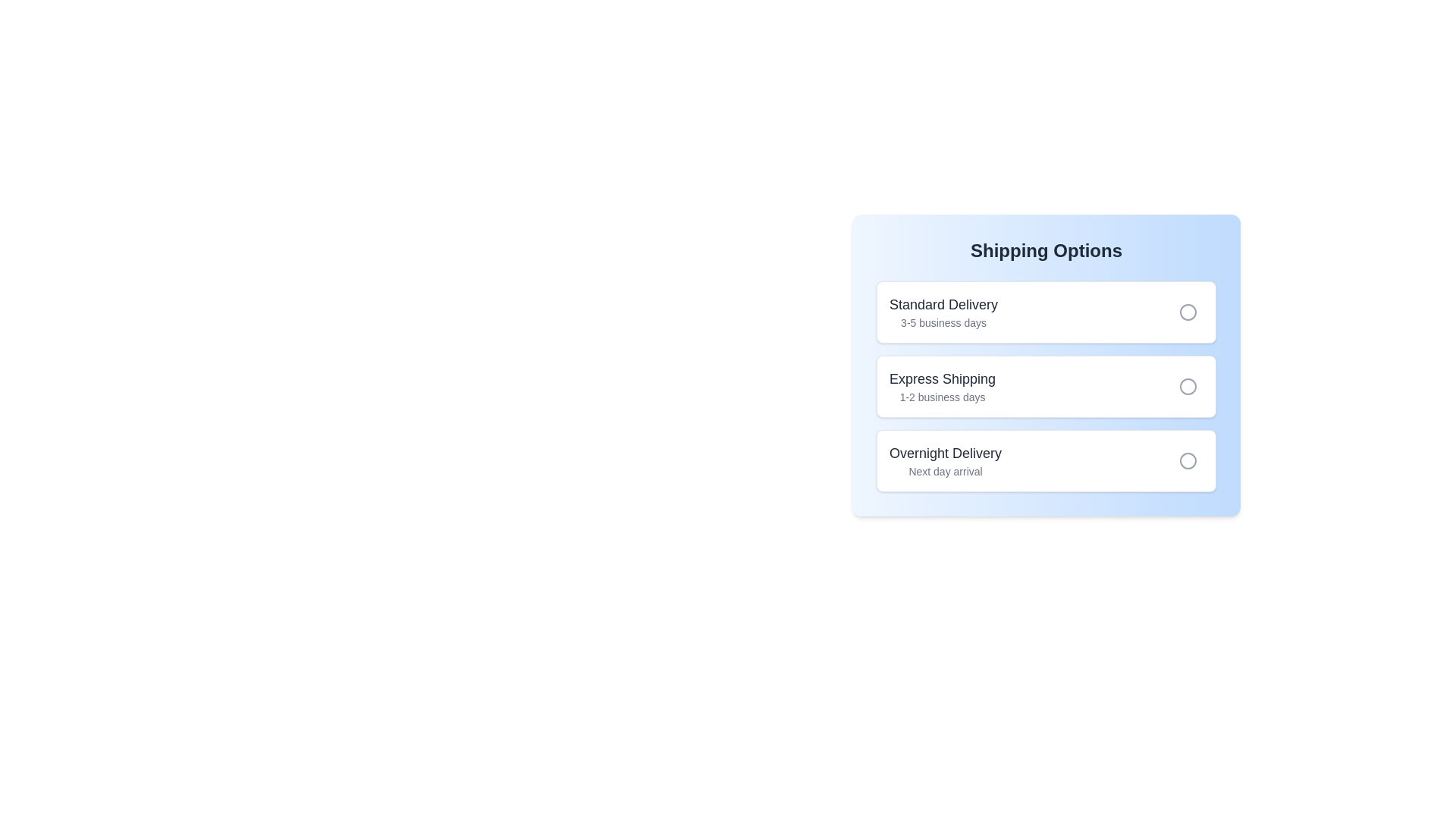 This screenshot has width=1456, height=819. I want to click on the circular selection indicator for the 'Standard Delivery' shipping option, so click(1187, 312).